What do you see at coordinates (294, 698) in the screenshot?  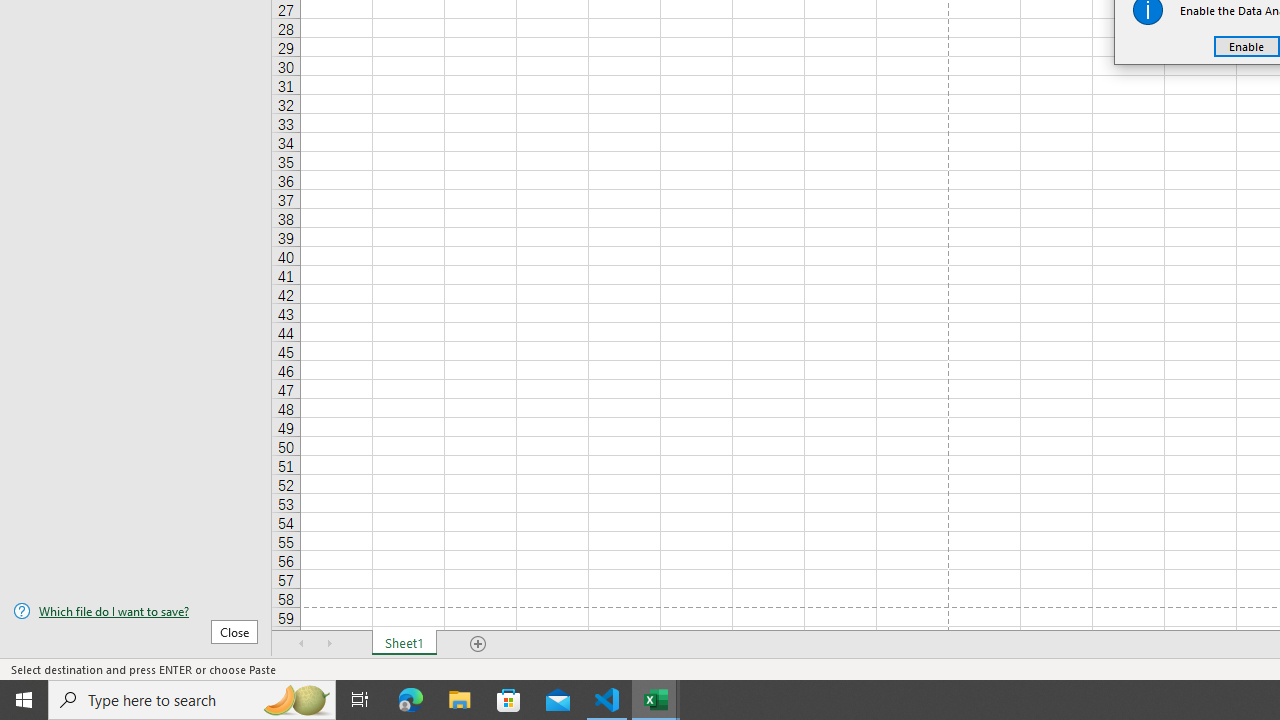 I see `'Search highlights icon opens search home window'` at bounding box center [294, 698].